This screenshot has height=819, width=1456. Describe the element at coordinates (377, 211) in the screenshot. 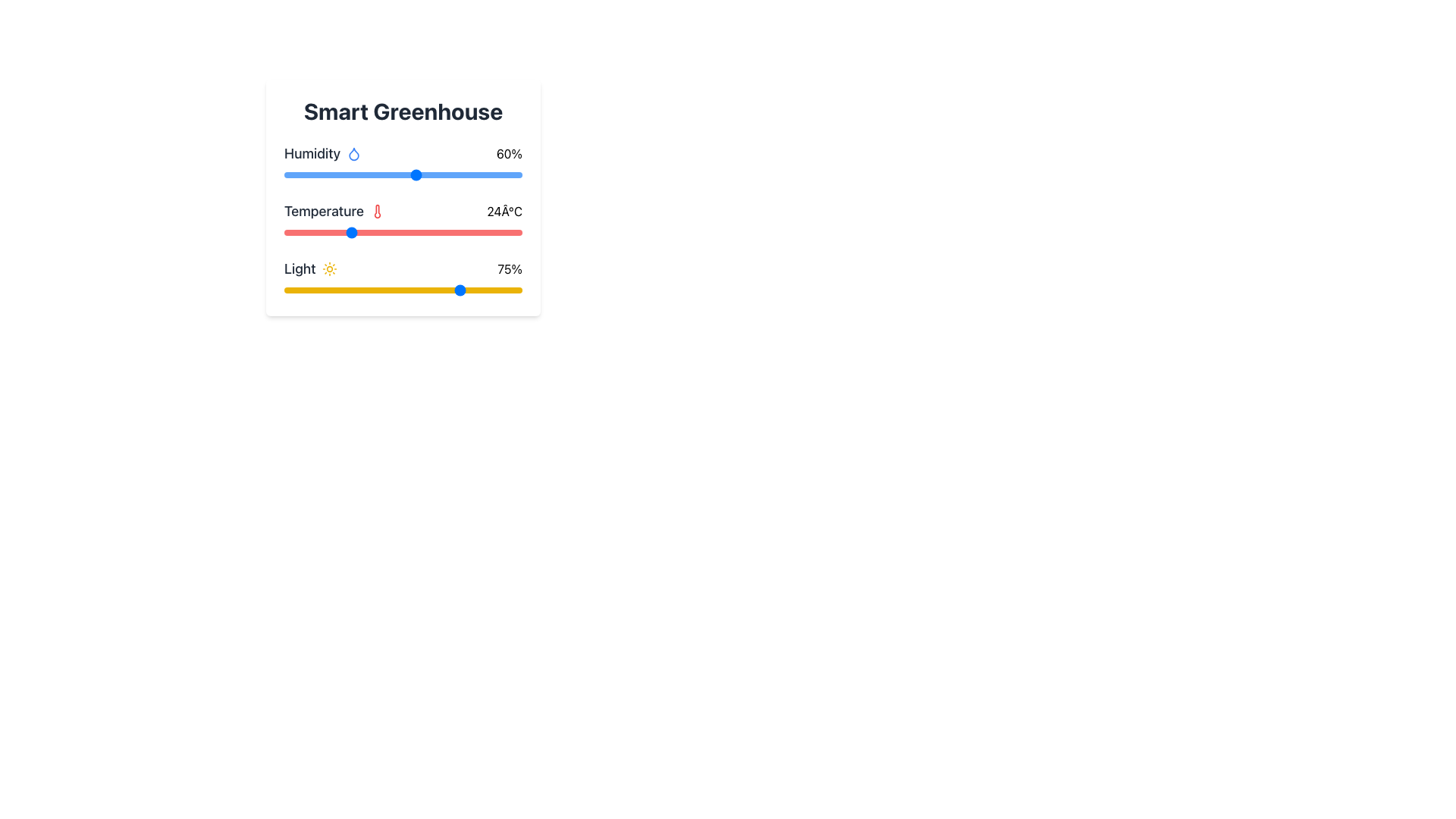

I see `the red thermometer icon located next to the Temperature label, which enhances contextual relevance for the temperature display` at that location.